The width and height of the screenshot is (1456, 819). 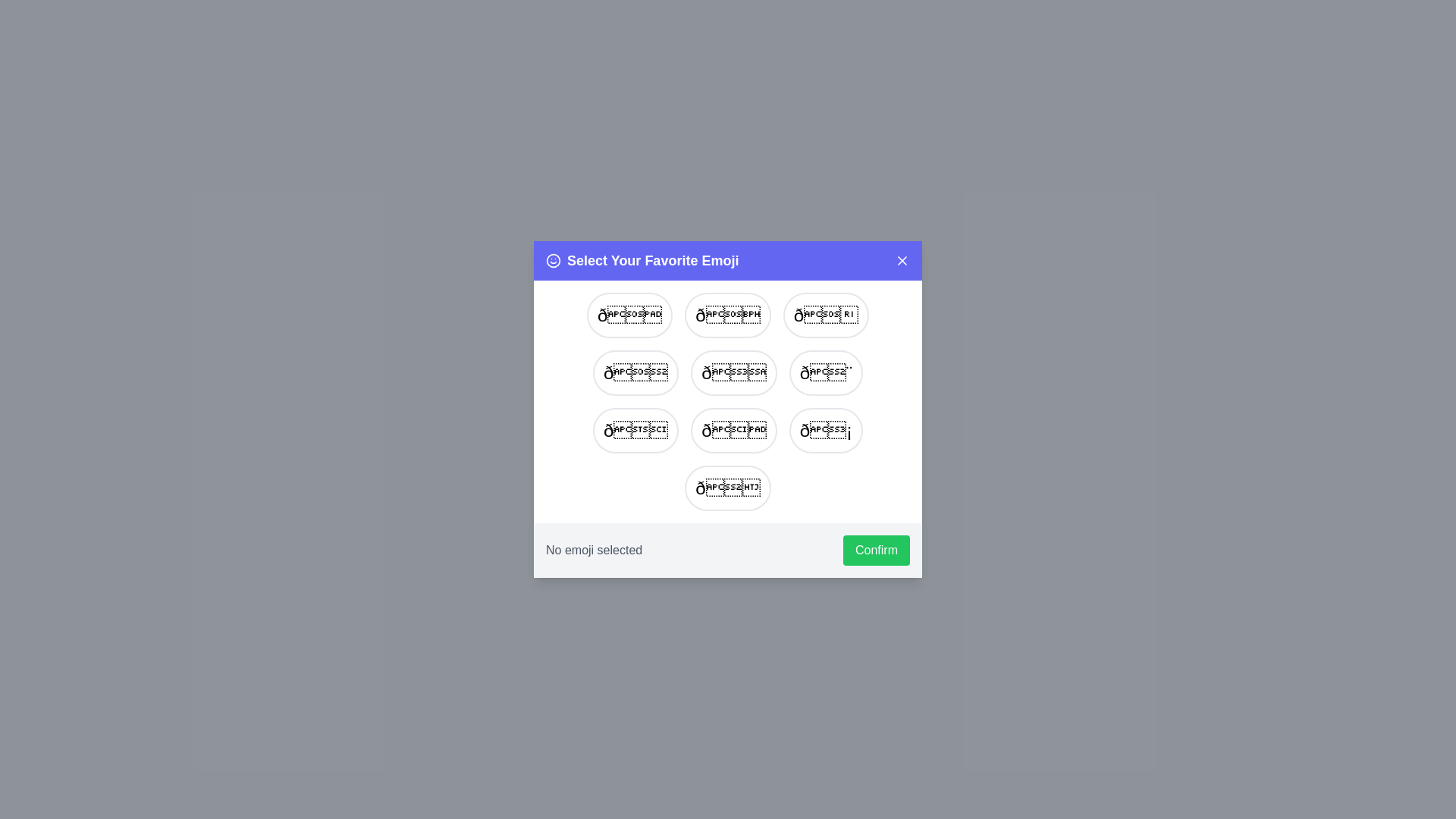 I want to click on the emoji 🏆 from the list, so click(x=734, y=373).